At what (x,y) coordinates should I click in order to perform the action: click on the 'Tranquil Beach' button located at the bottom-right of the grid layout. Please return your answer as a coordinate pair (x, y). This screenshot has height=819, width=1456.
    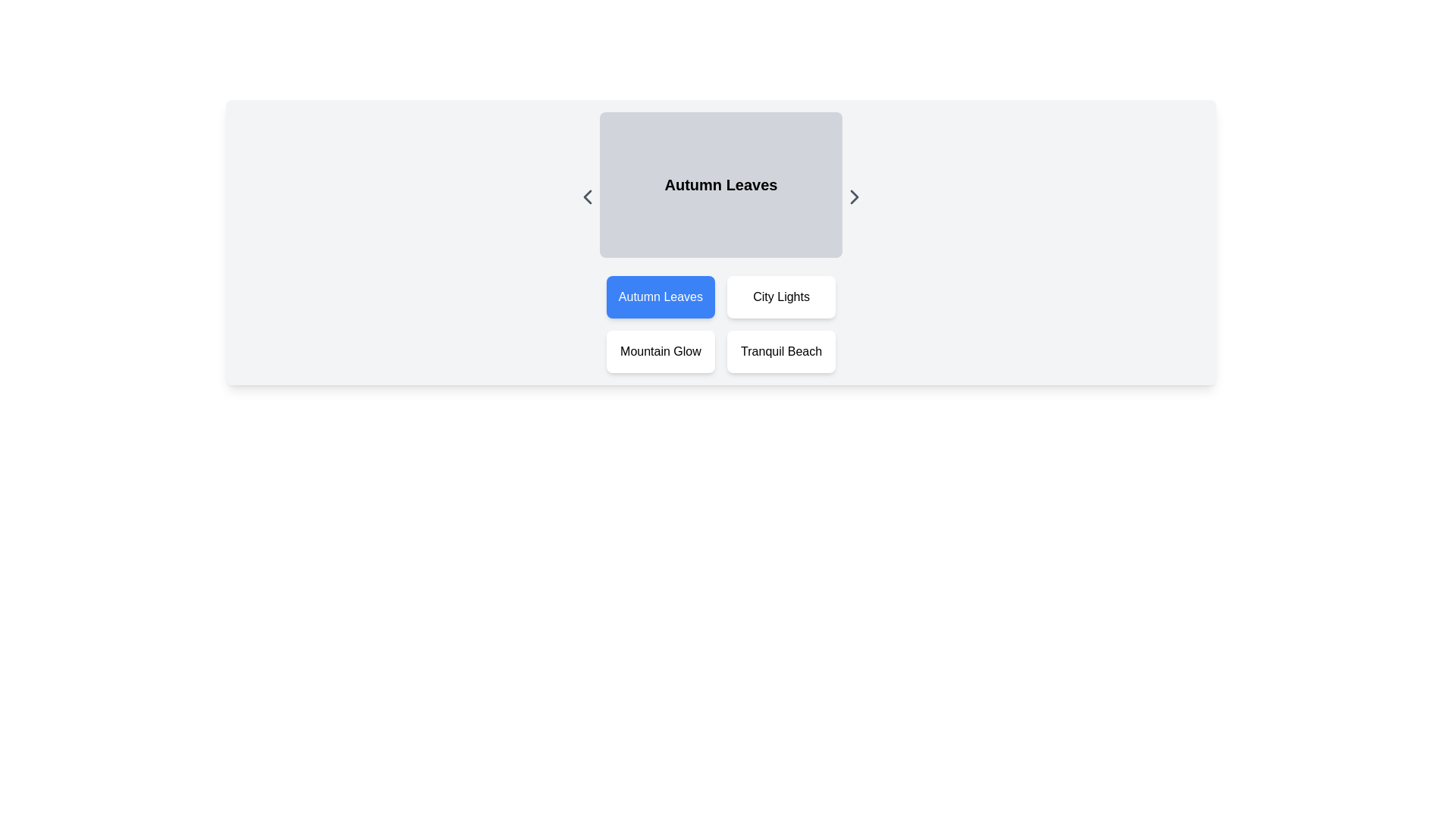
    Looking at the image, I should click on (781, 351).